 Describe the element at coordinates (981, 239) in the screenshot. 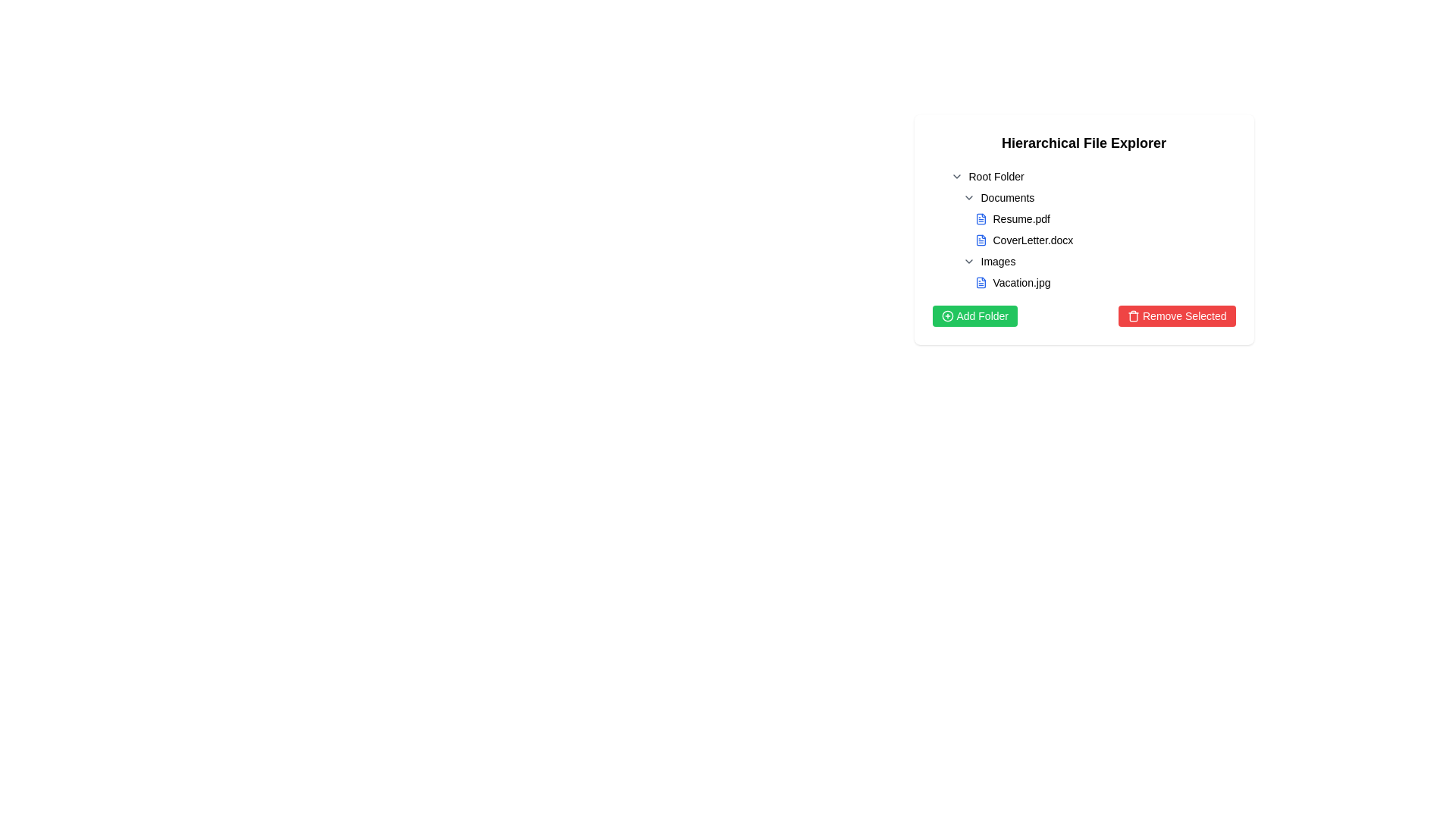

I see `the document icon in the hierarchical file explorer interface, which is a blue outlined SVG element resembling a document sheet` at that location.